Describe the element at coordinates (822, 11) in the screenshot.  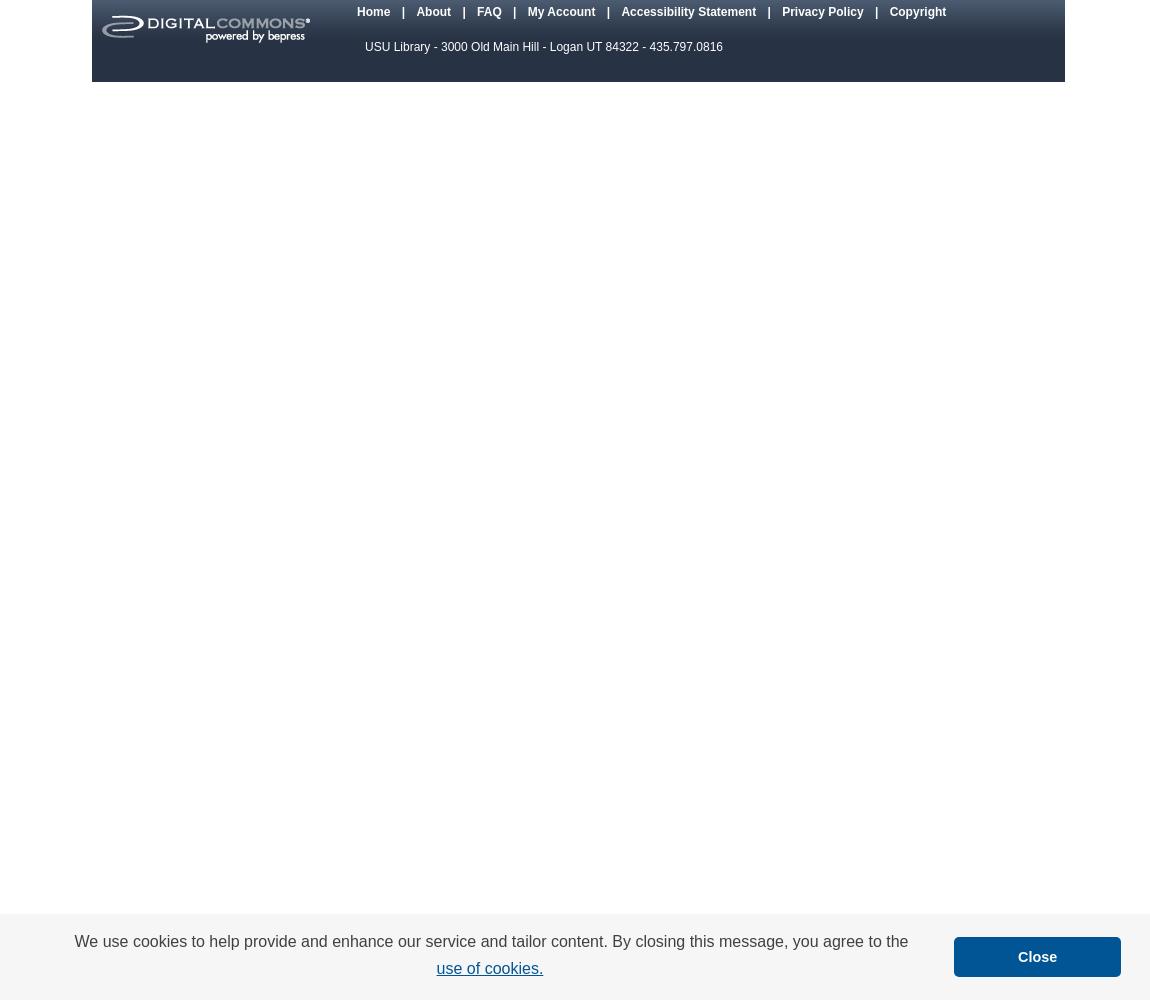
I see `'Privacy Policy'` at that location.